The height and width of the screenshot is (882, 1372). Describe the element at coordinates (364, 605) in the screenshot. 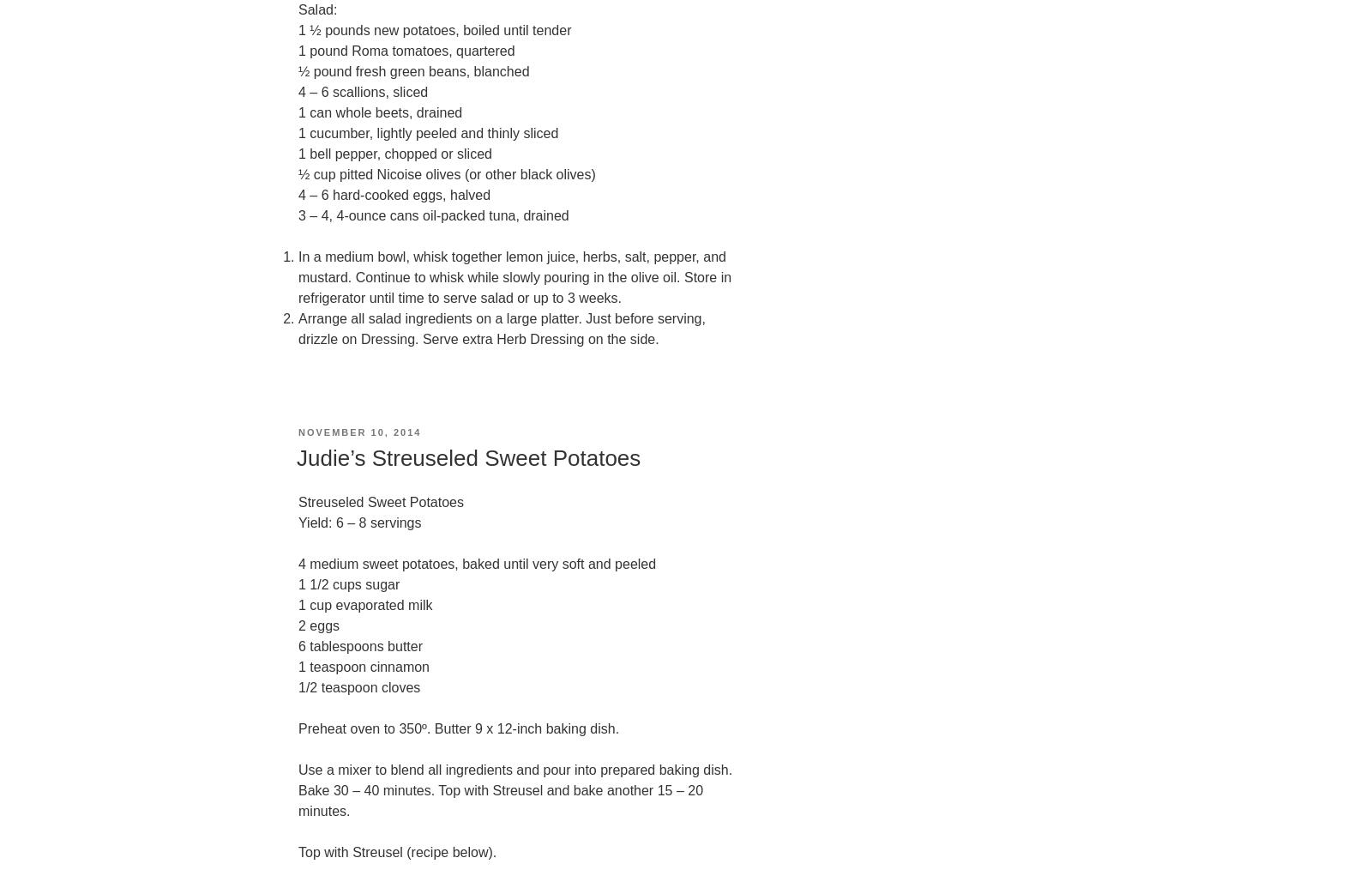

I see `'1 cup evaporated milk'` at that location.